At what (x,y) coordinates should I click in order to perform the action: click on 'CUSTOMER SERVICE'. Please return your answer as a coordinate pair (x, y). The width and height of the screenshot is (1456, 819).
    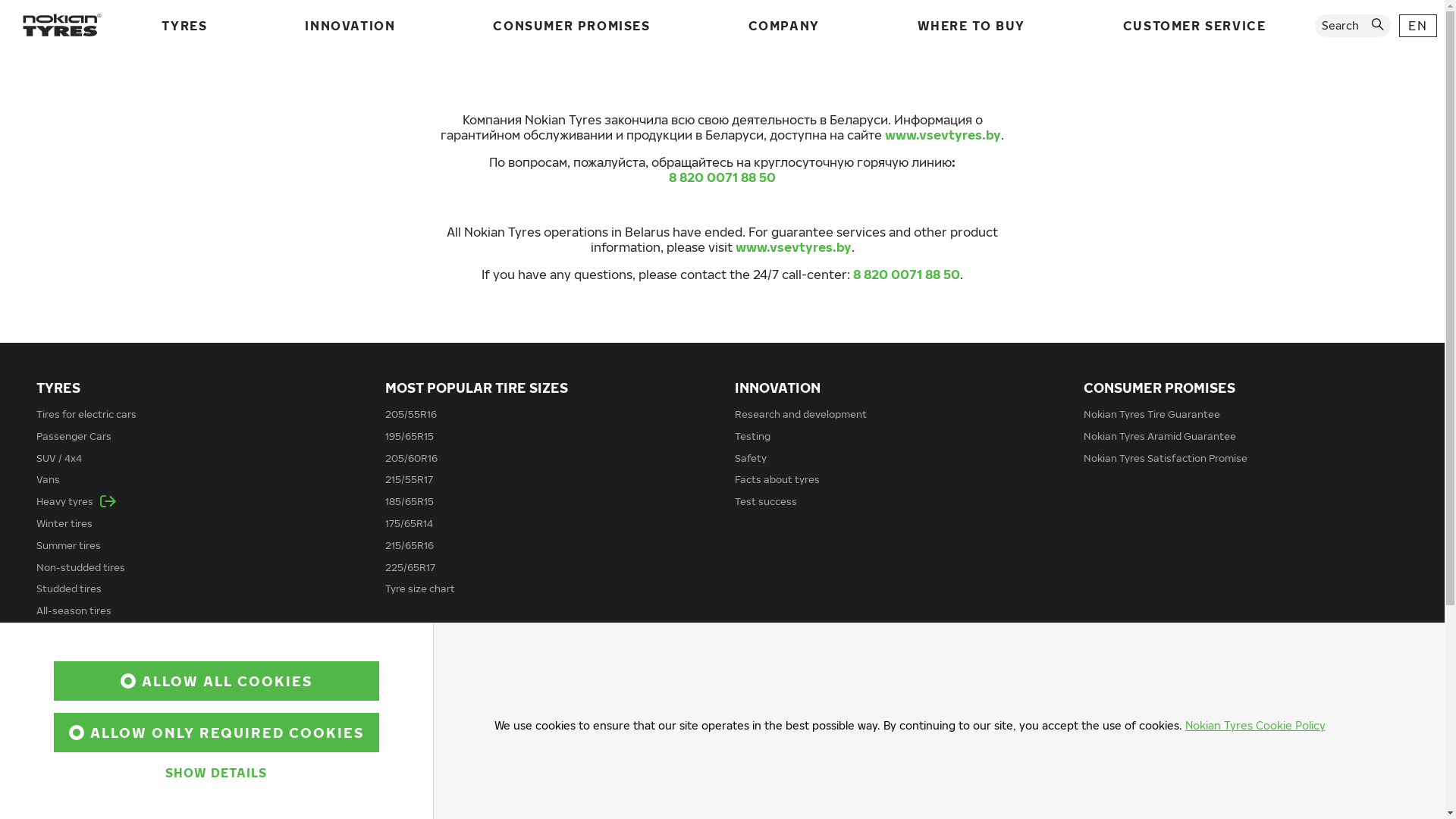
    Looking at the image, I should click on (1194, 26).